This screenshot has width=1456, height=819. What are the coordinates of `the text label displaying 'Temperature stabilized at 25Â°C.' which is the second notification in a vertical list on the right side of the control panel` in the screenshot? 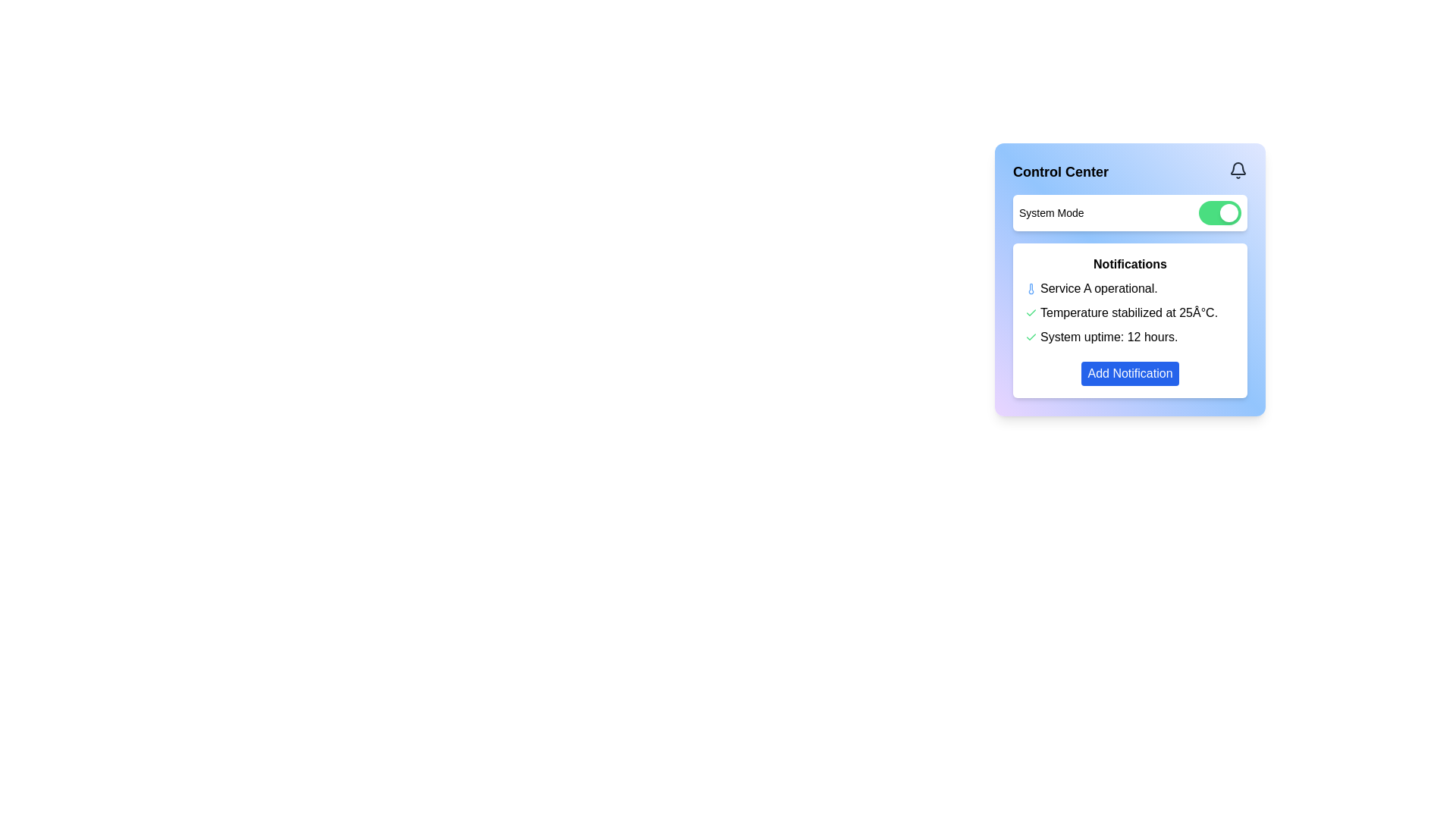 It's located at (1128, 312).